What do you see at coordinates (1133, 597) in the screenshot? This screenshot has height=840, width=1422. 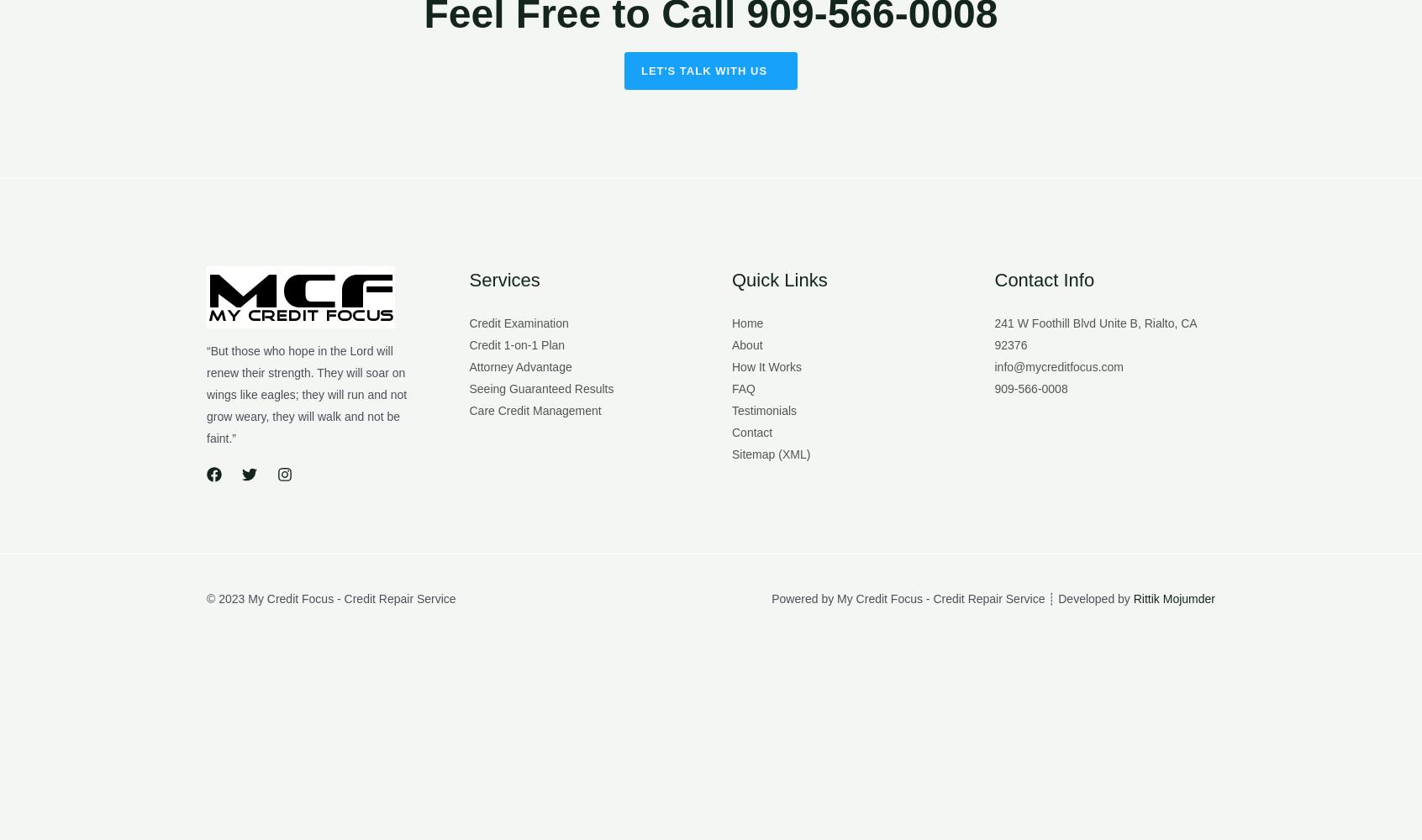 I see `'Rittik Mojumder'` at bounding box center [1133, 597].